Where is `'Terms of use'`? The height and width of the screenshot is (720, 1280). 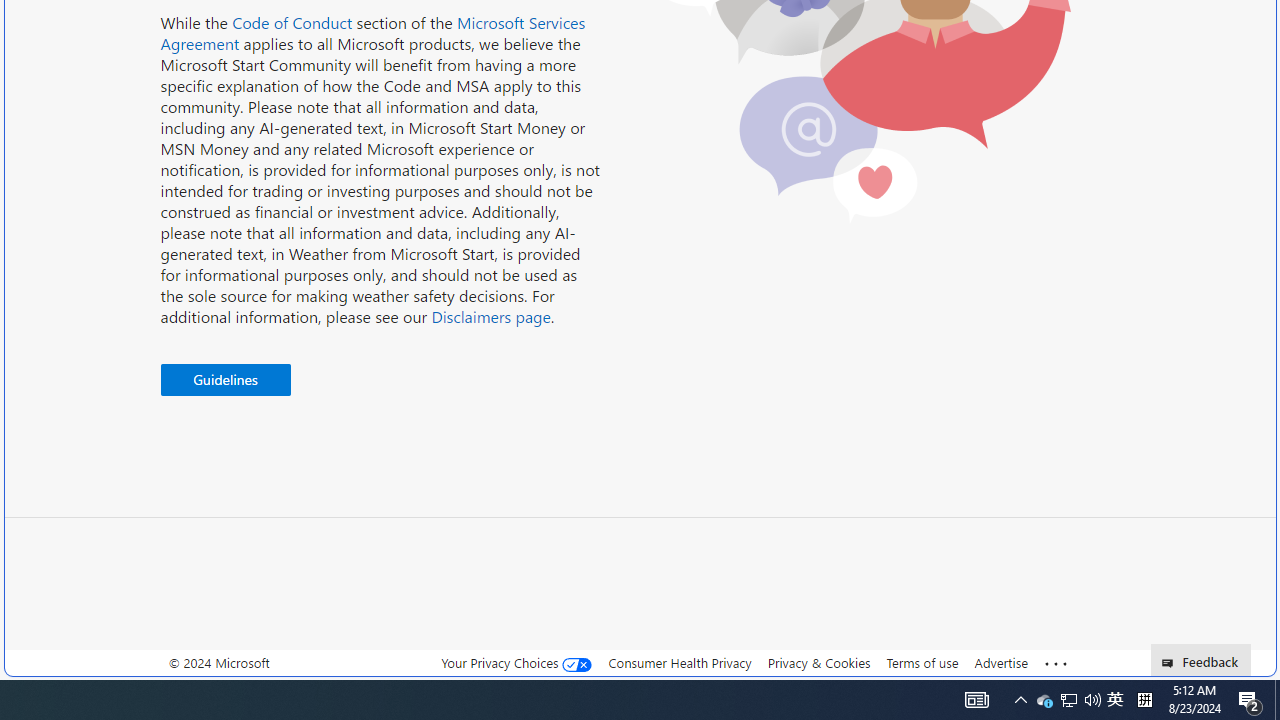
'Terms of use' is located at coordinates (921, 662).